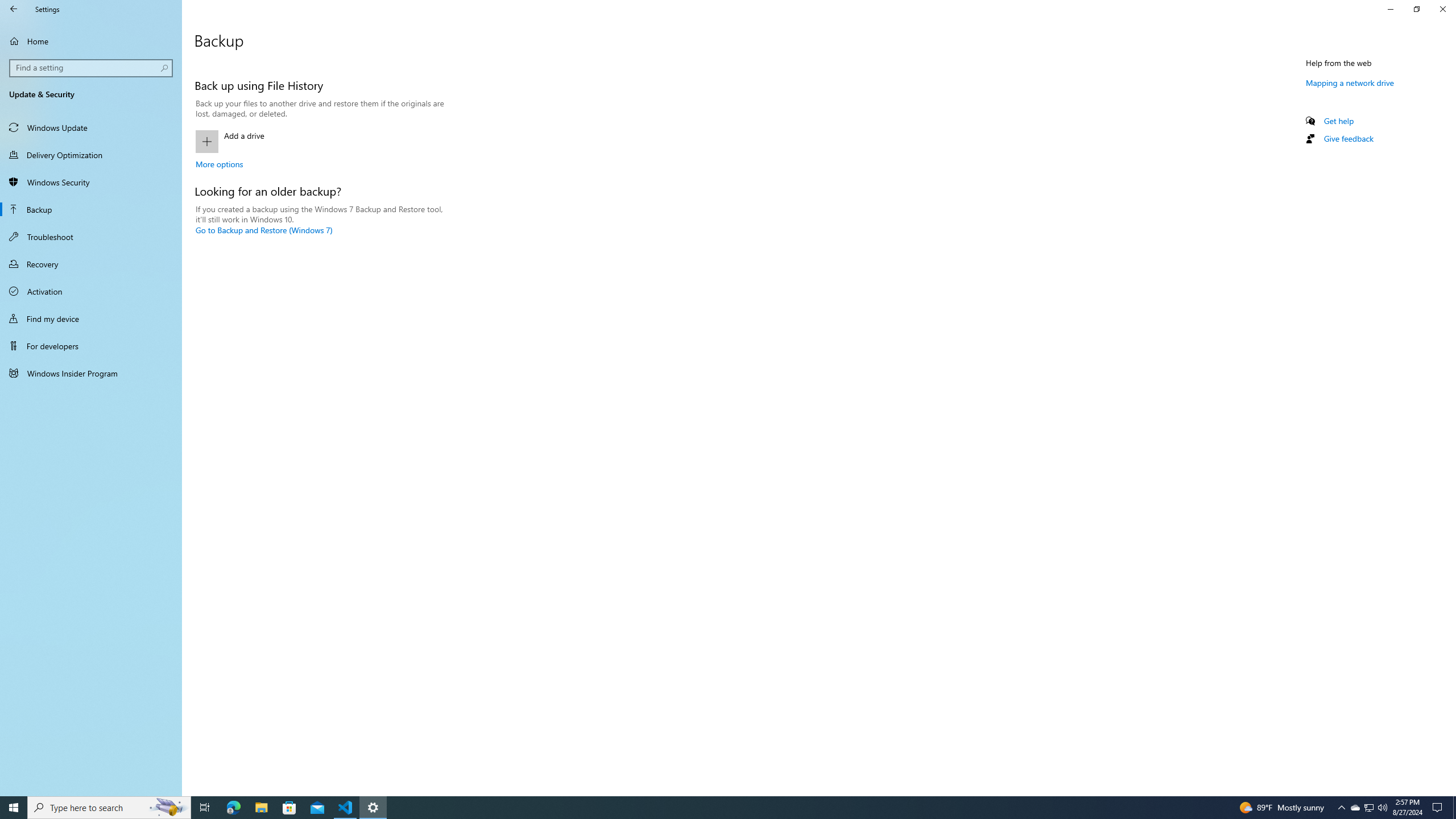 This screenshot has width=1456, height=819. Describe the element at coordinates (90, 346) in the screenshot. I see `'For developers'` at that location.